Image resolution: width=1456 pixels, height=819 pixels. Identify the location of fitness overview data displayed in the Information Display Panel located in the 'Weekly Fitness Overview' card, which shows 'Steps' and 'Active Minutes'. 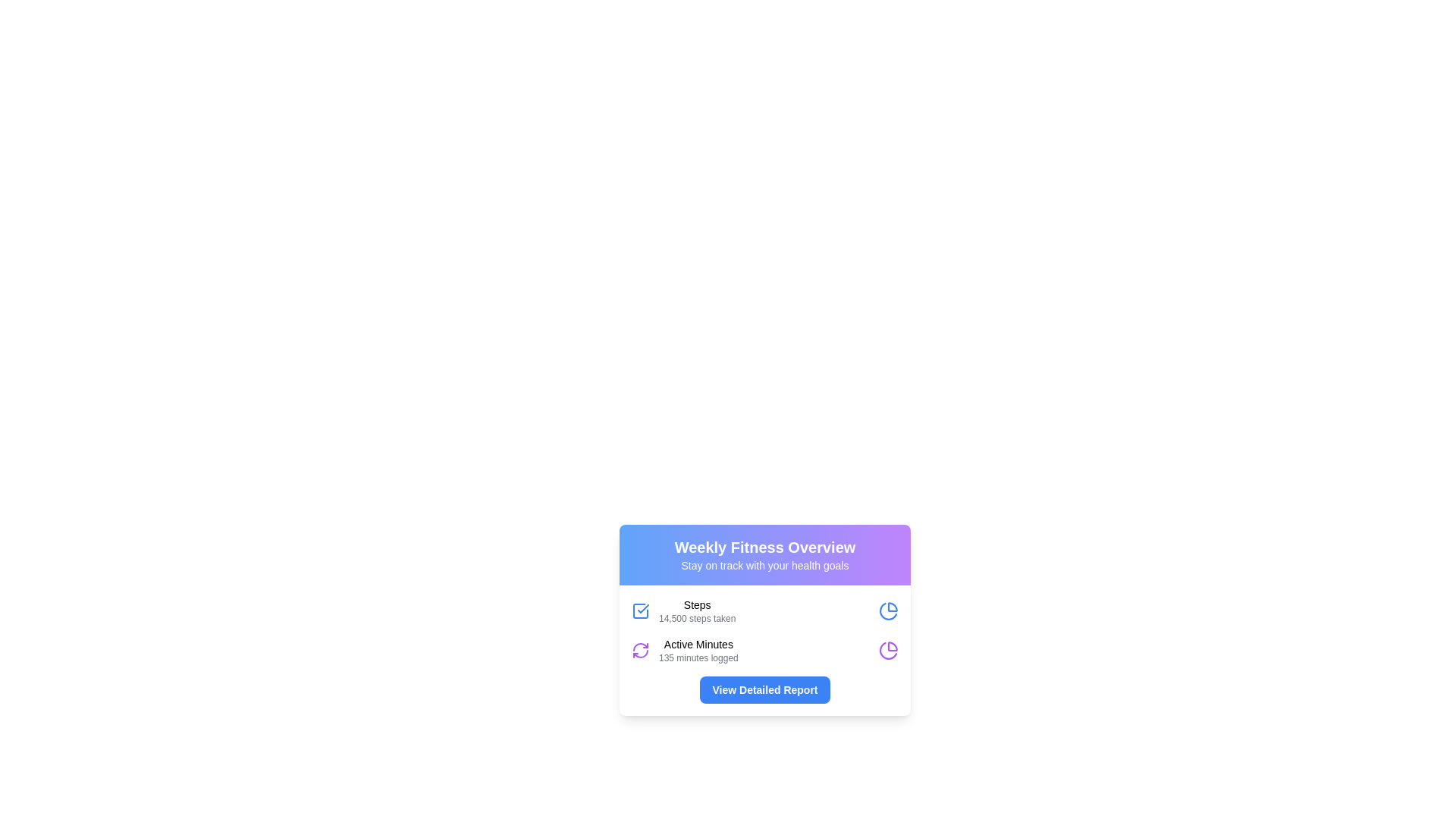
(764, 649).